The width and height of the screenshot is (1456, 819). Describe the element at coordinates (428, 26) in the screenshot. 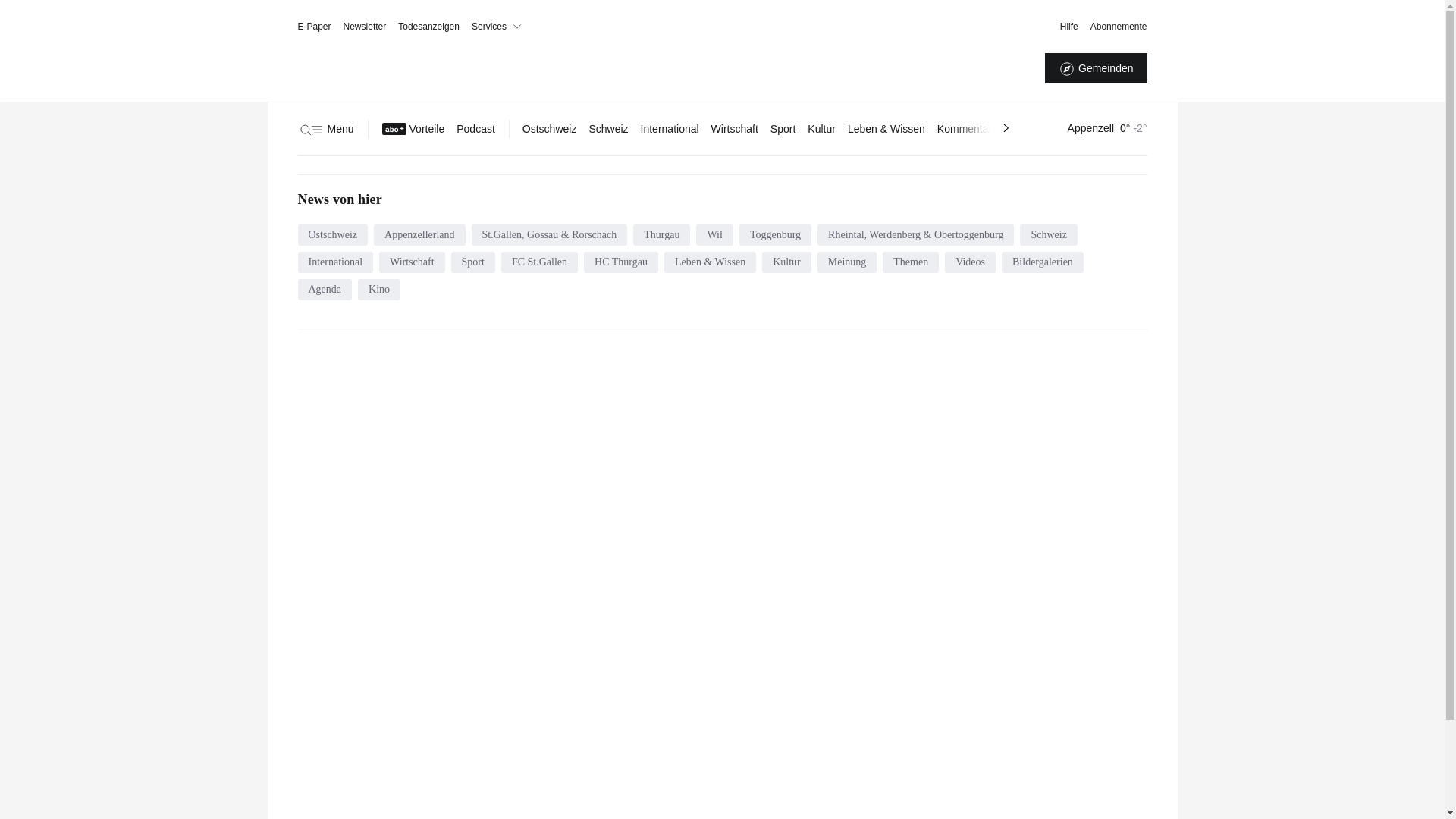

I see `'Todesanzeigen'` at that location.